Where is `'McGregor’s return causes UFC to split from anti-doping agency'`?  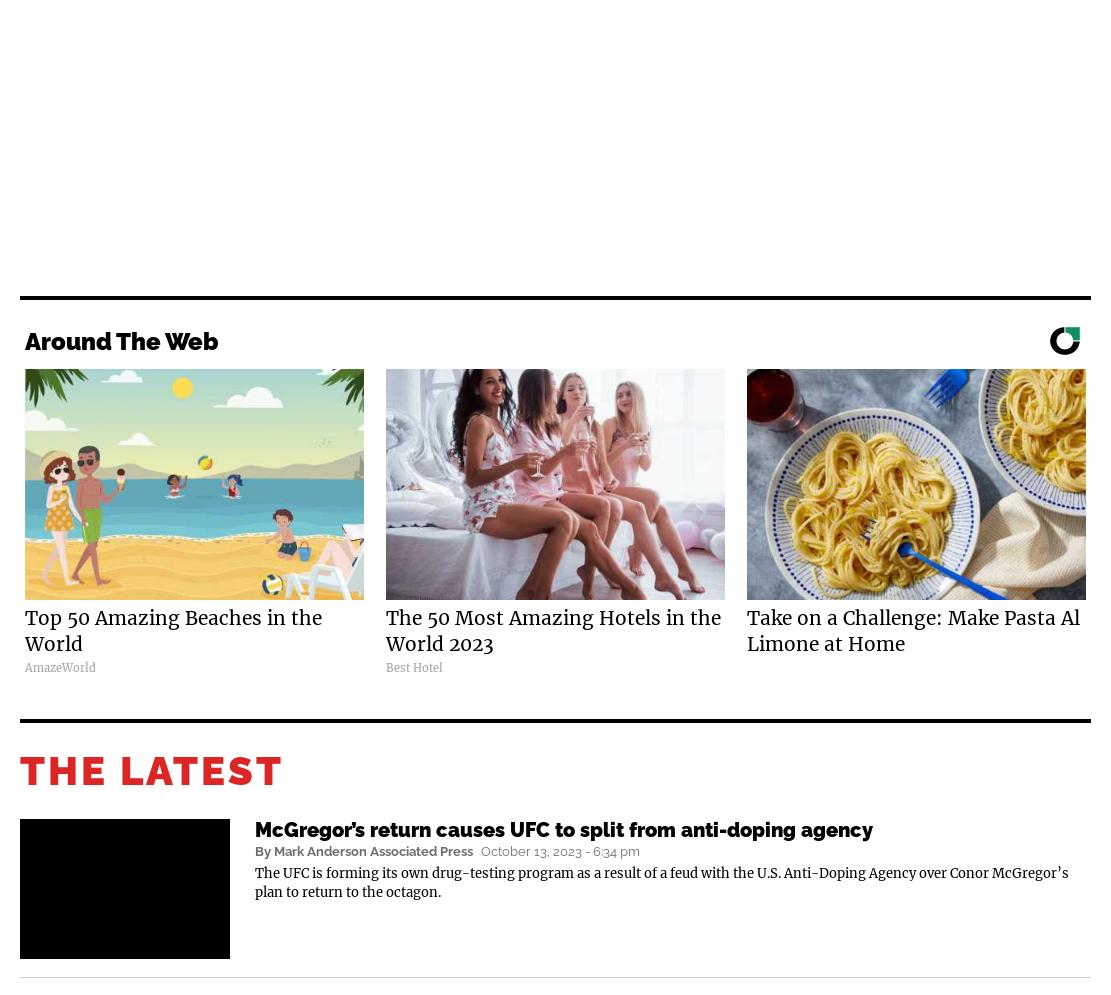 'McGregor’s return causes UFC to split from anti-doping agency' is located at coordinates (254, 829).